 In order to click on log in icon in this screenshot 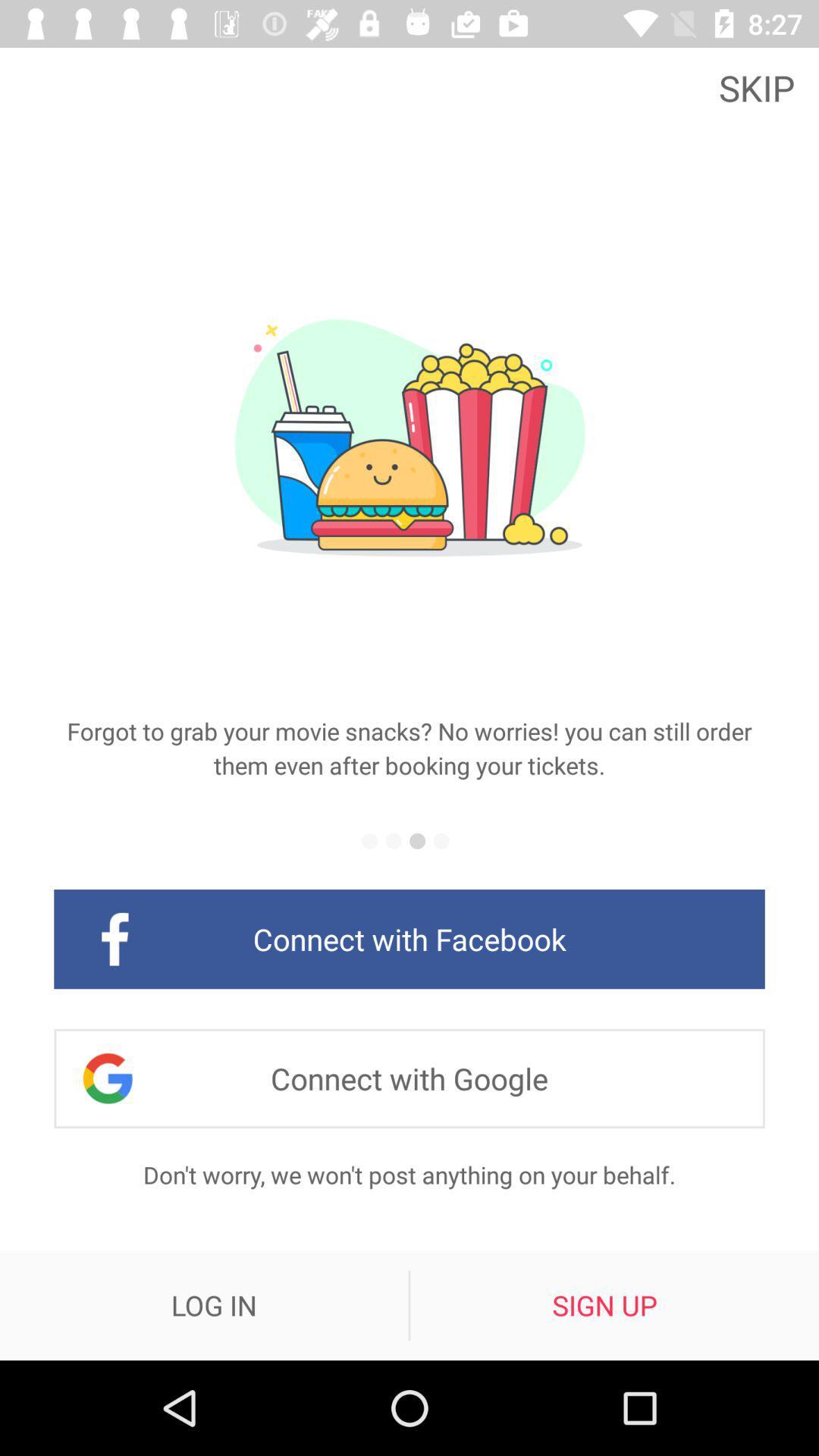, I will do `click(214, 1304)`.